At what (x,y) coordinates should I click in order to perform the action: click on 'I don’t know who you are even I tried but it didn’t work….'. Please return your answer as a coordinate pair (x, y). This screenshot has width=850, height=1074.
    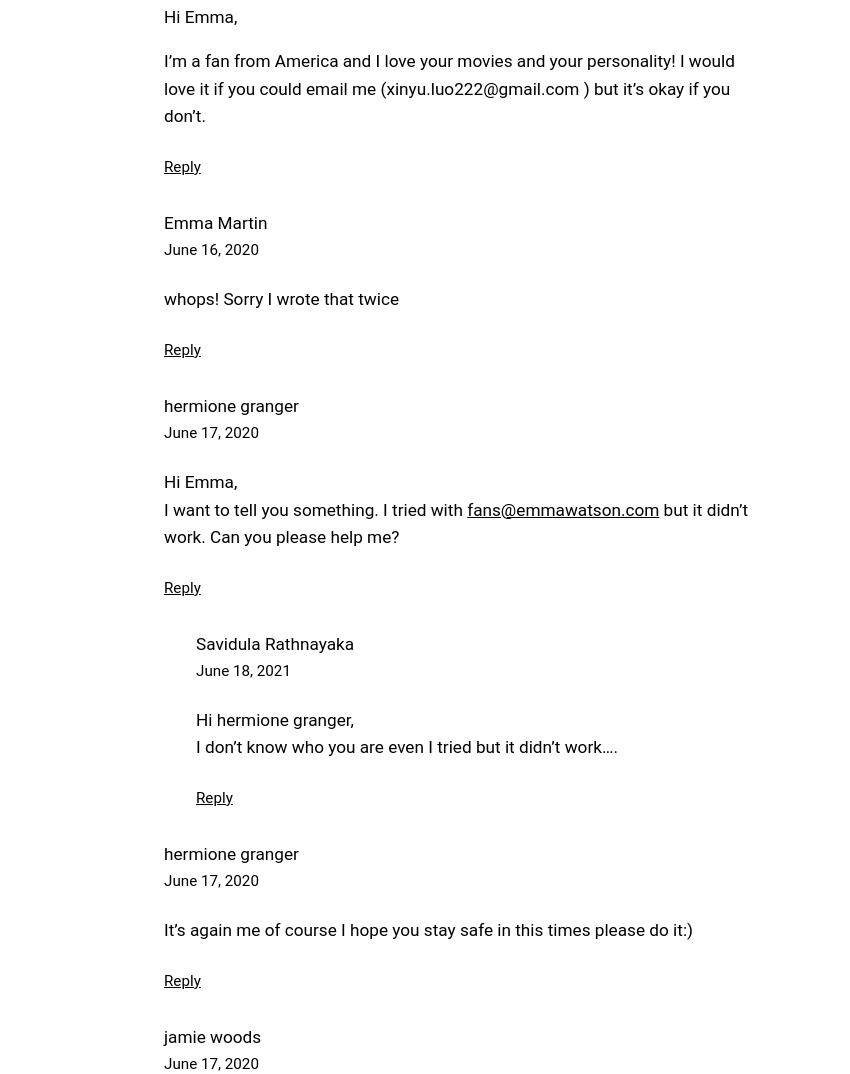
    Looking at the image, I should click on (195, 746).